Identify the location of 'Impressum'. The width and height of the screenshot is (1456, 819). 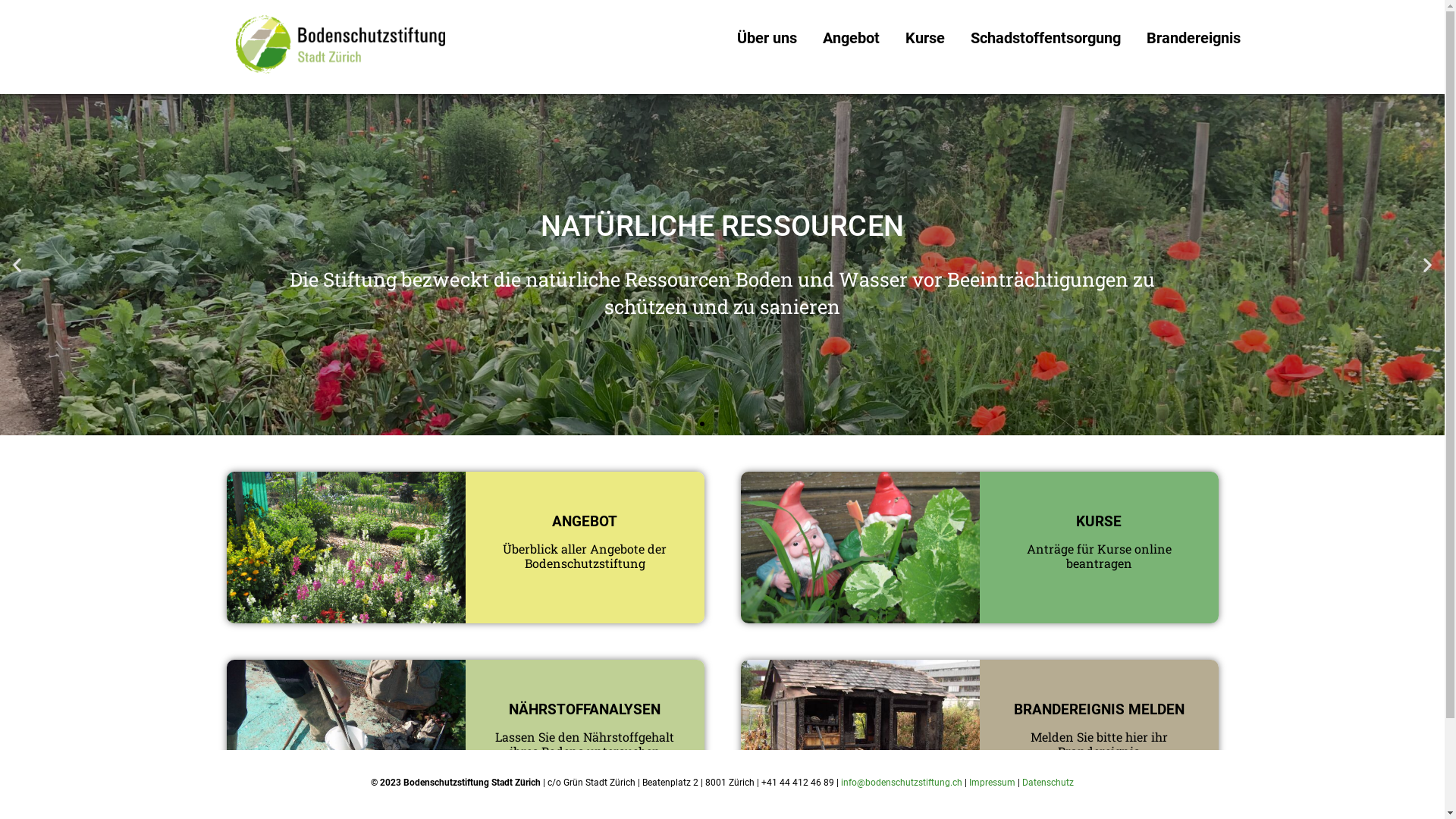
(992, 783).